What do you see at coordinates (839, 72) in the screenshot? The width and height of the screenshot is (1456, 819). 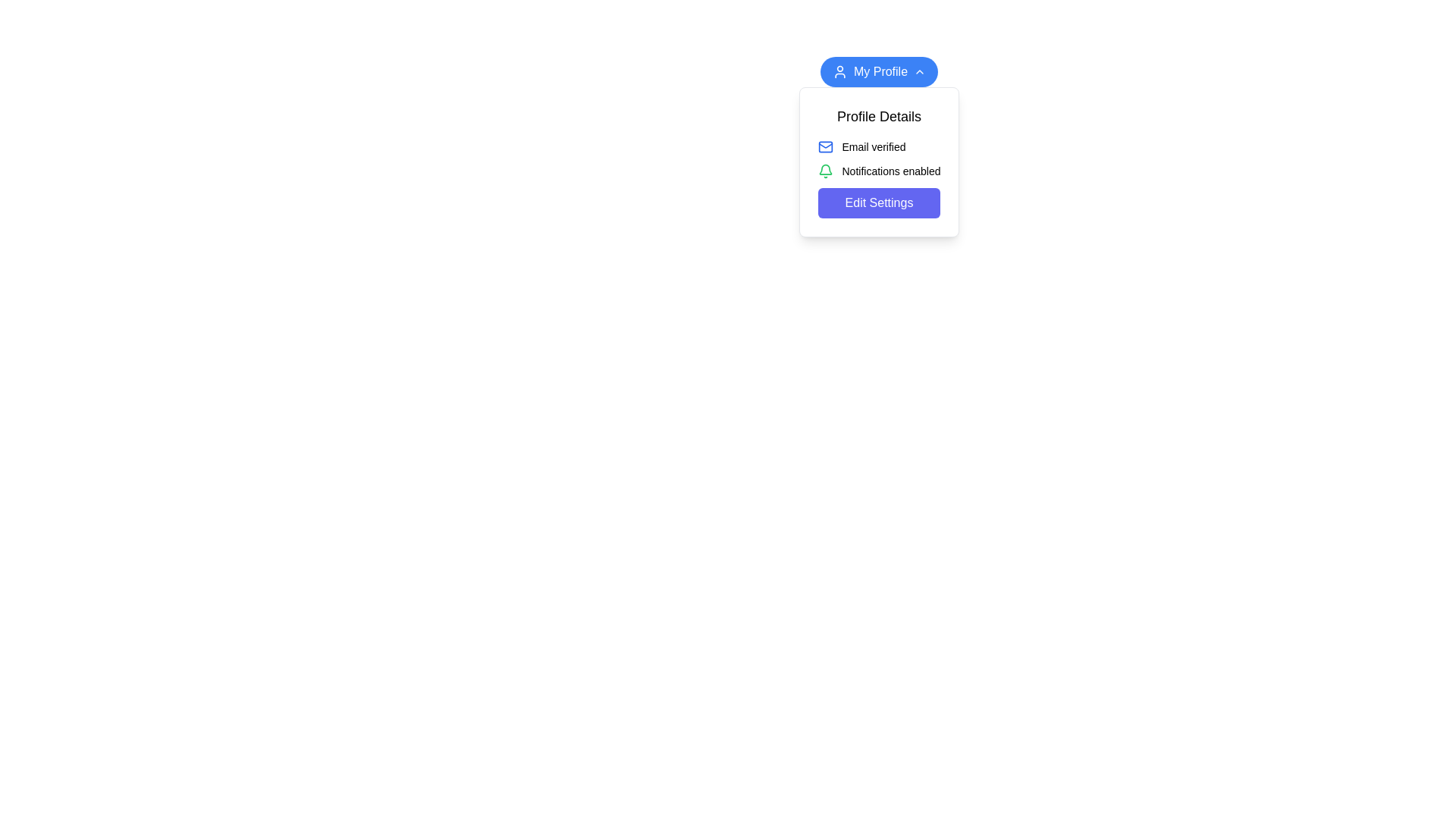 I see `the user icon represented as an SVG image within the 'My Profile' button` at bounding box center [839, 72].